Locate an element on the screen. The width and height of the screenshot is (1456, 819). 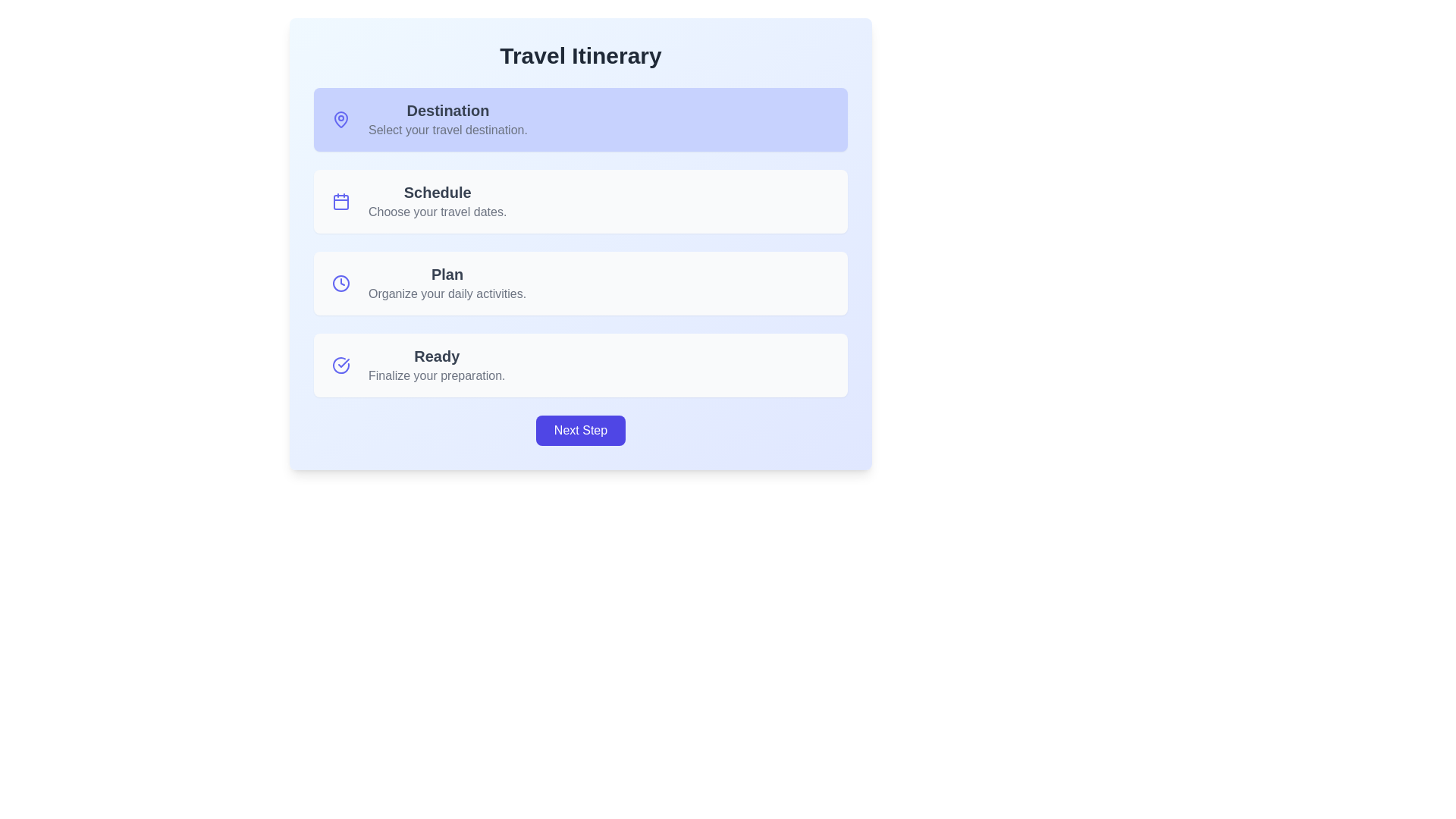
the calendar icon located at the far left of the 'Schedule' section, which is designed with a modern, minimalistic square outline and vertical lines for the days of the week is located at coordinates (340, 201).